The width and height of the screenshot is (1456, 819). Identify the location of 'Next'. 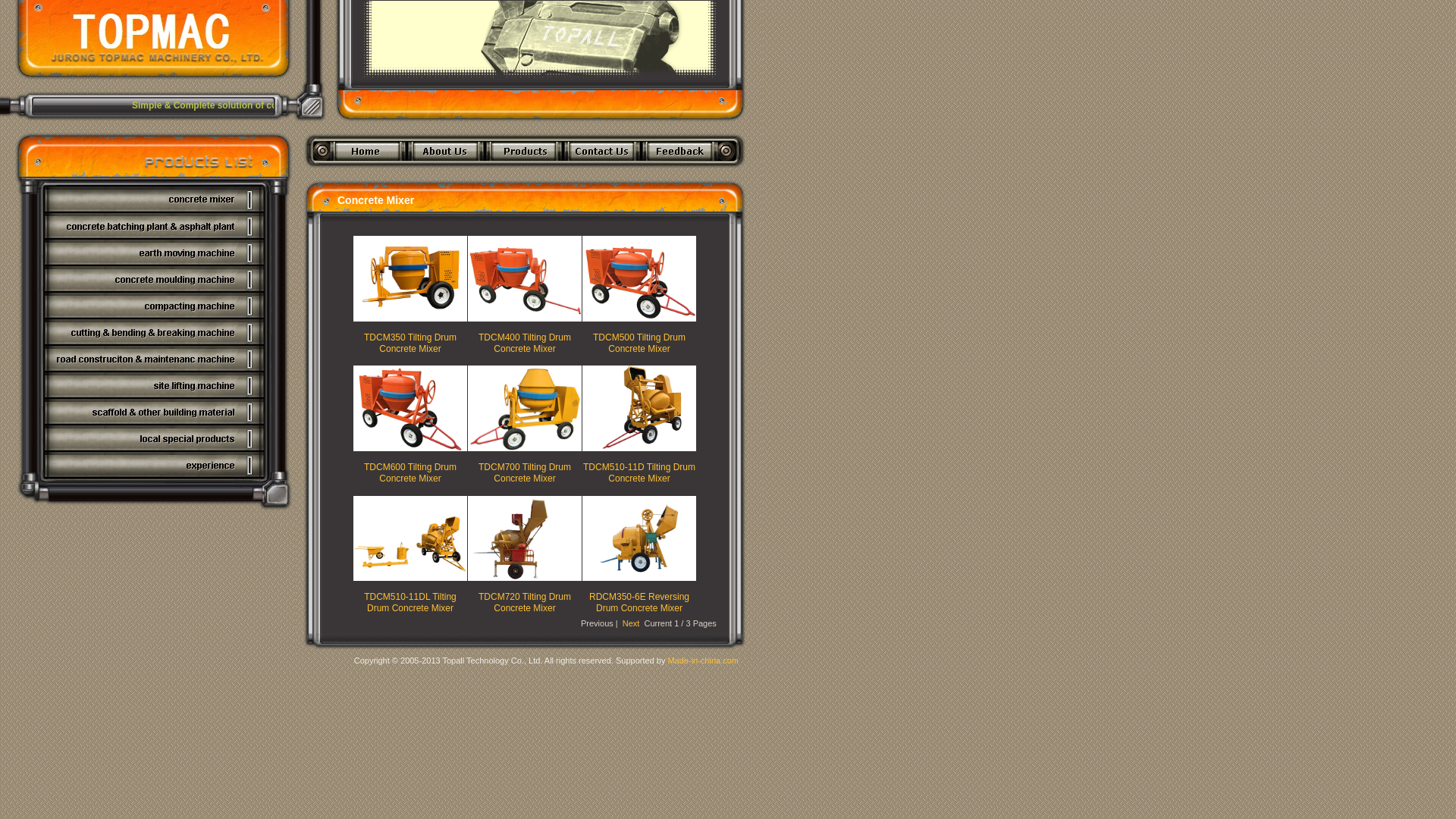
(631, 623).